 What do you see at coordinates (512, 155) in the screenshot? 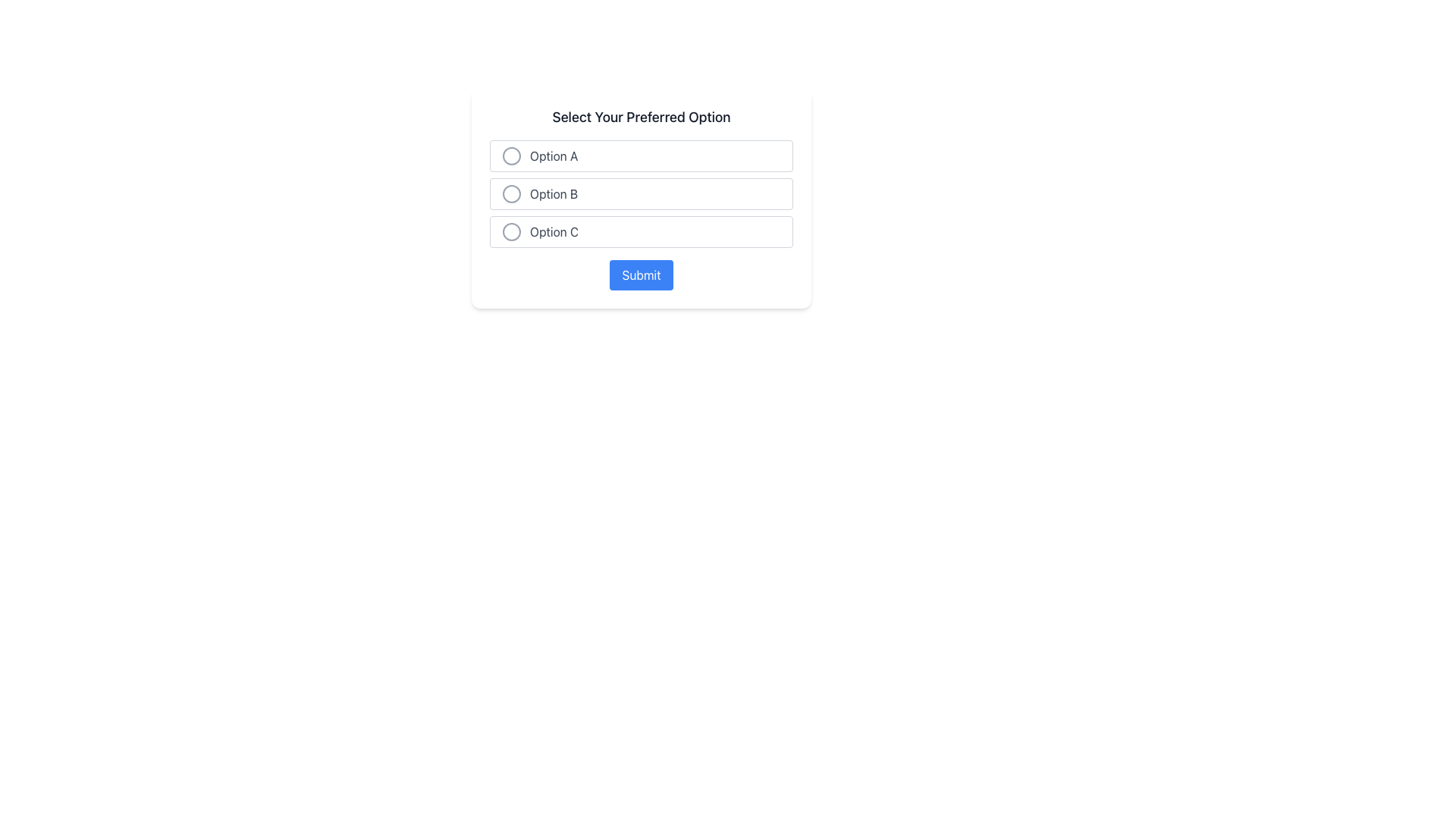
I see `the radio button for 'Option A'` at bounding box center [512, 155].